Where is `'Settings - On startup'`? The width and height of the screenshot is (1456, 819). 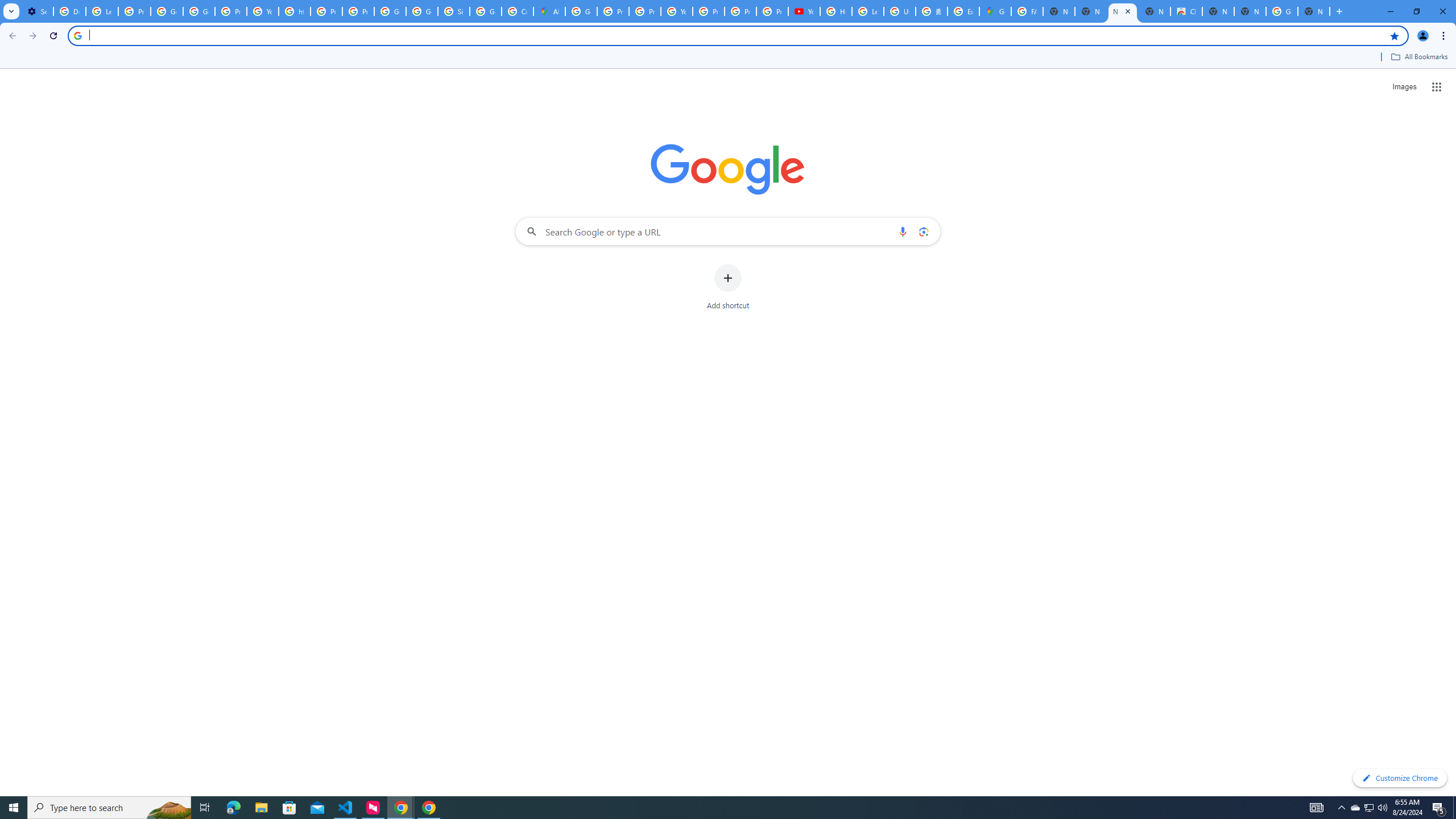 'Settings - On startup' is located at coordinates (37, 11).